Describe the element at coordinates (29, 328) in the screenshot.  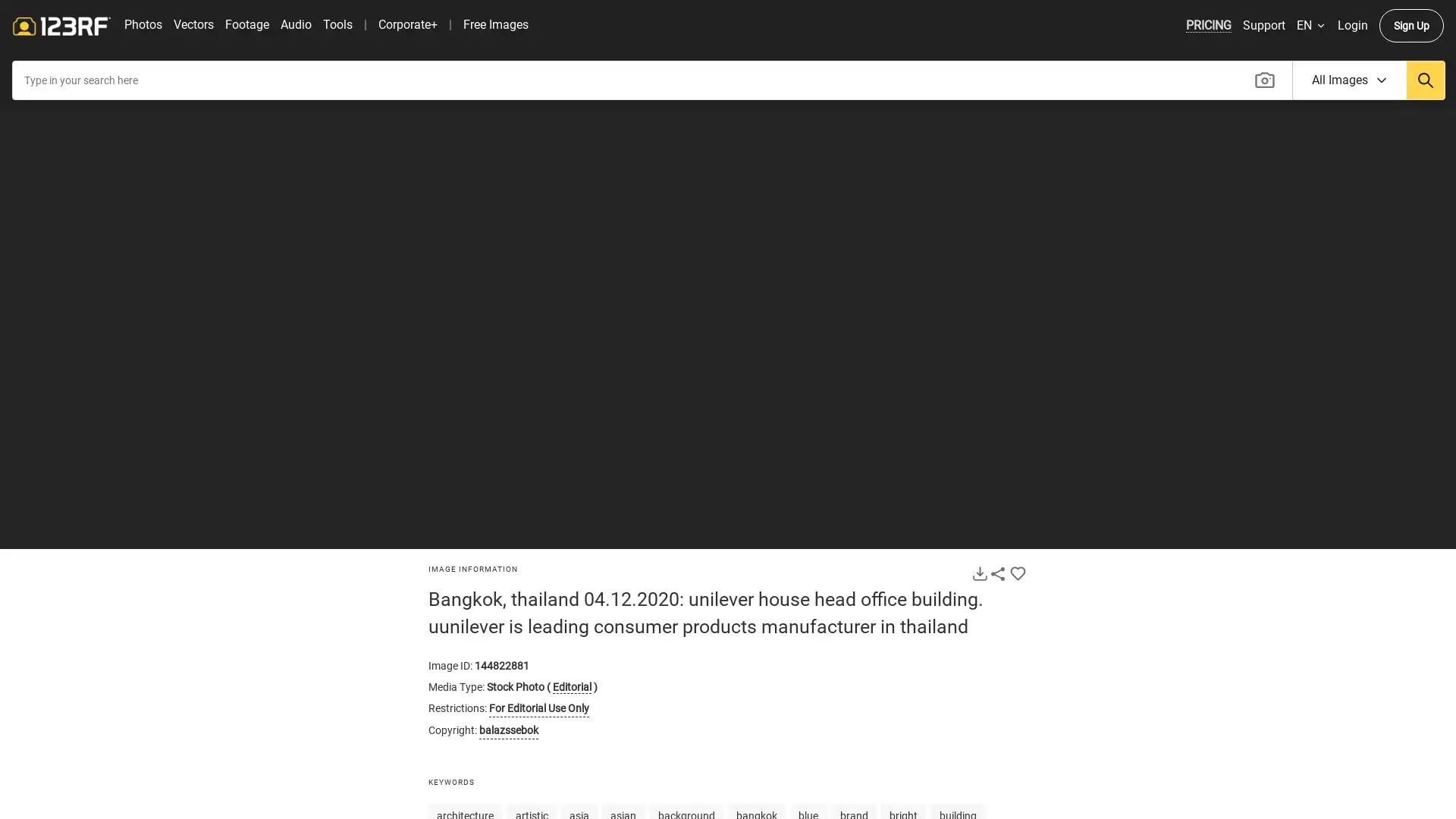
I see `Auto` at that location.